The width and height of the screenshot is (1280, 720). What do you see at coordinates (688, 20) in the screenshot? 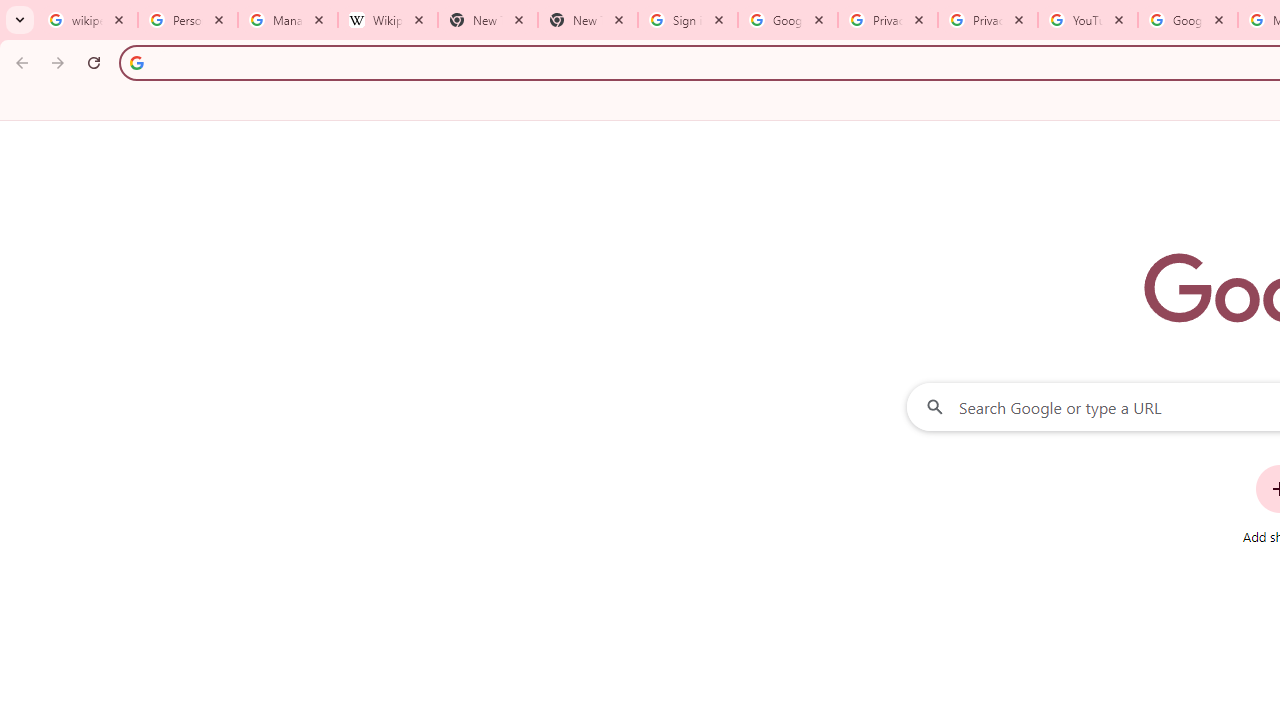
I see `'Sign in - Google Accounts'` at bounding box center [688, 20].